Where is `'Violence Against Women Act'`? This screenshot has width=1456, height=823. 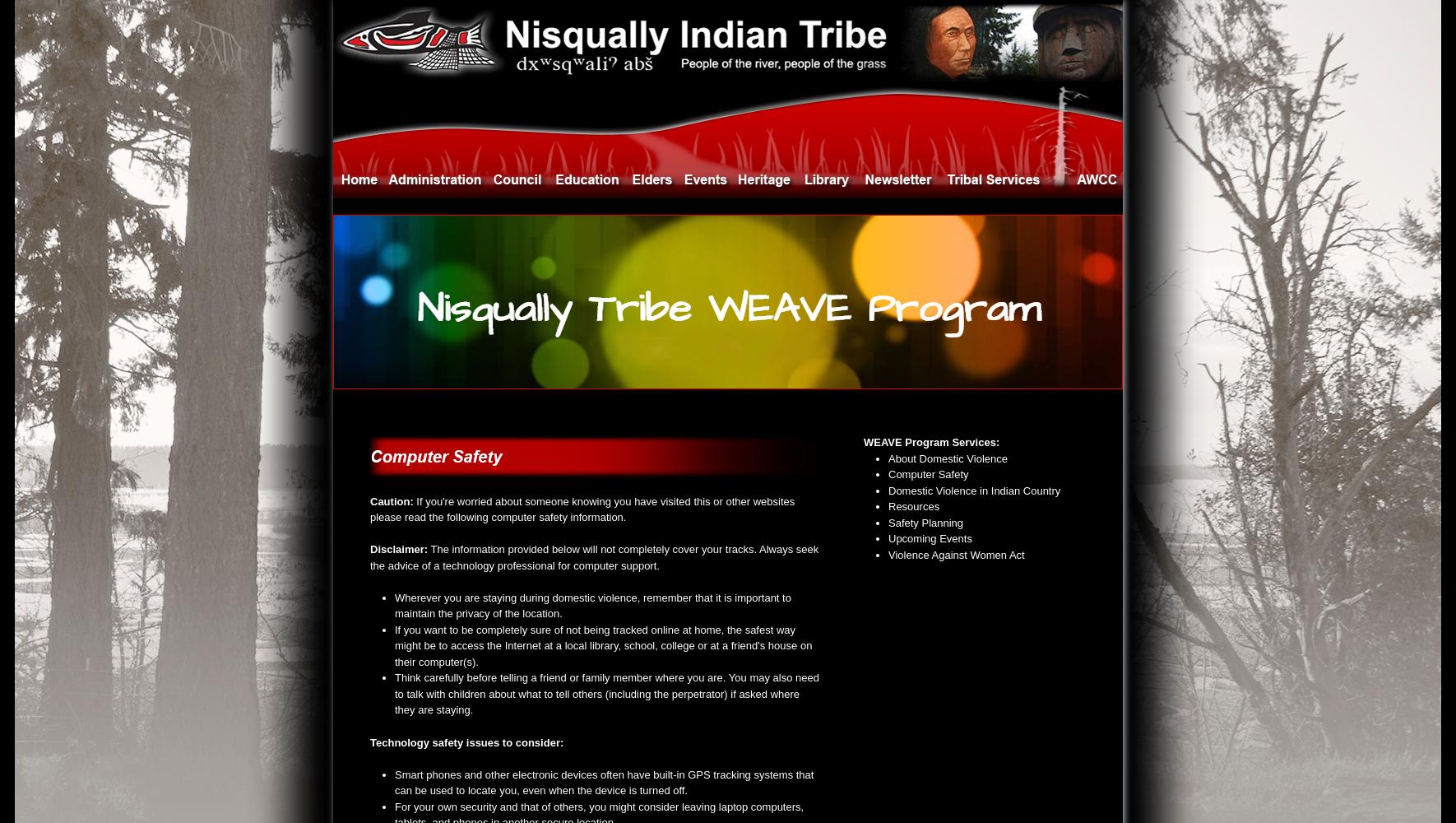
'Violence Against Women Act' is located at coordinates (956, 554).